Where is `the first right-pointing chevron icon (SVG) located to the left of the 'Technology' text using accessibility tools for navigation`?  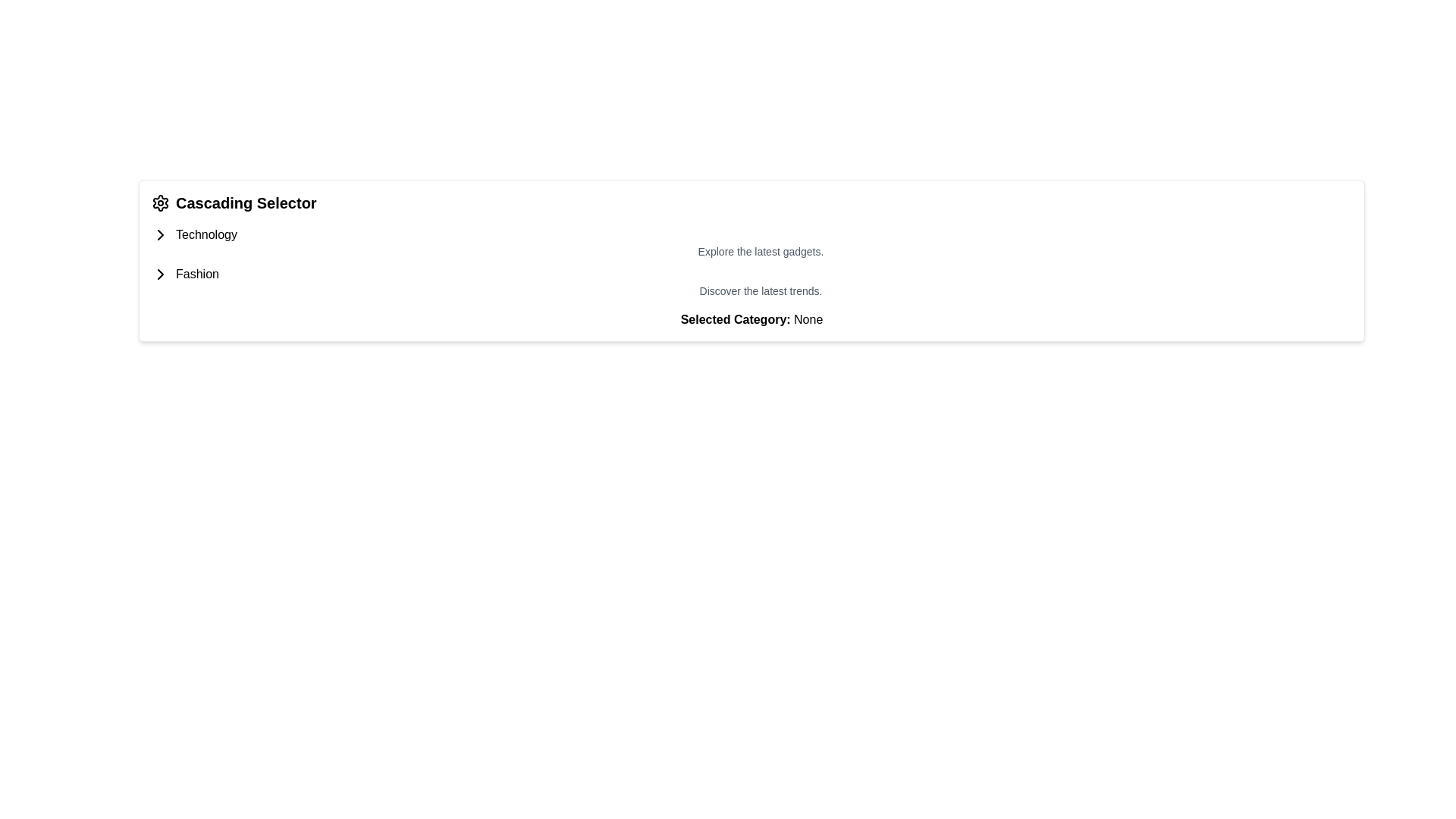
the first right-pointing chevron icon (SVG) located to the left of the 'Technology' text using accessibility tools for navigation is located at coordinates (160, 234).